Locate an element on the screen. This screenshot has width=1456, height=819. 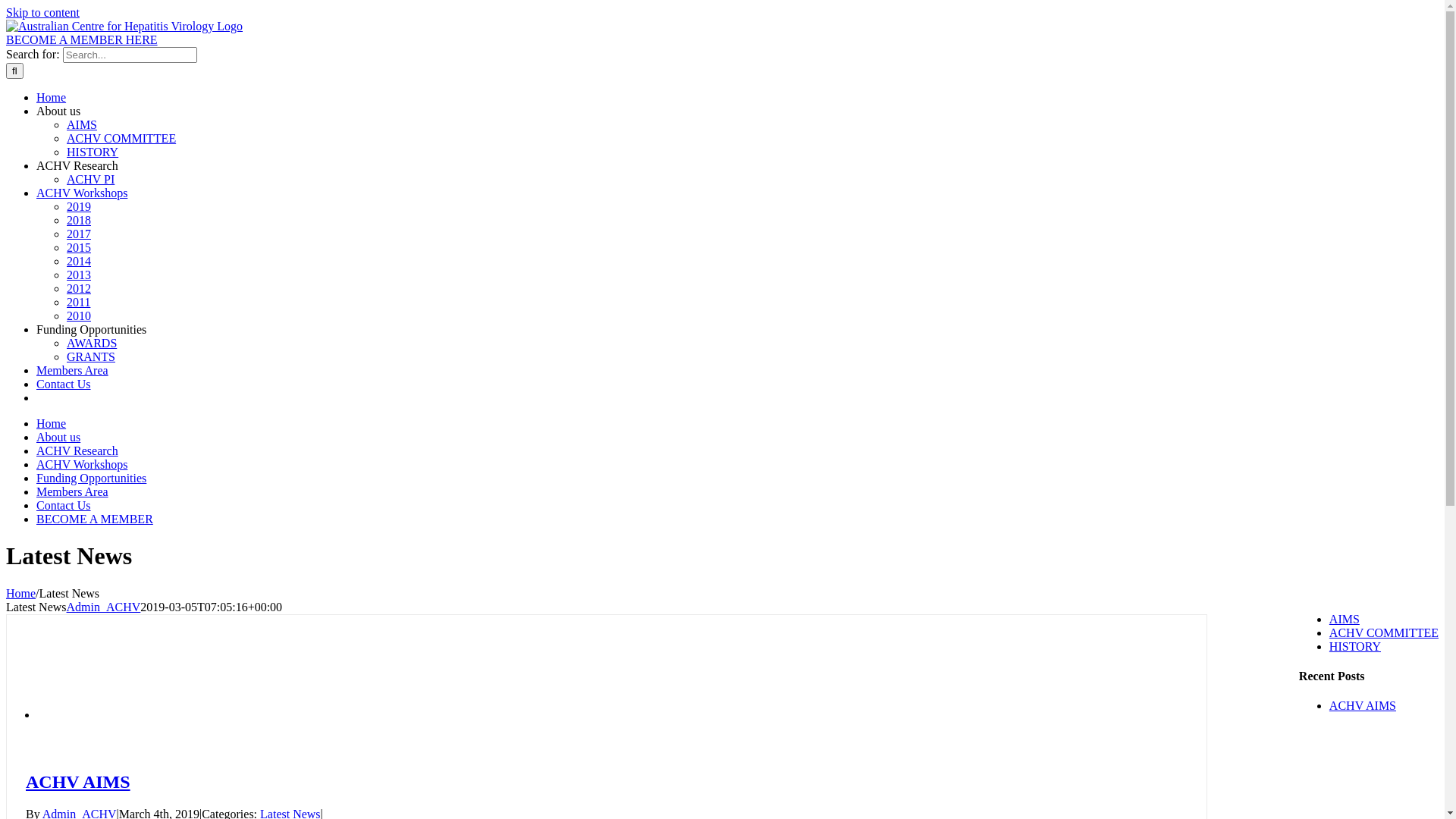
'Home' is located at coordinates (51, 97).